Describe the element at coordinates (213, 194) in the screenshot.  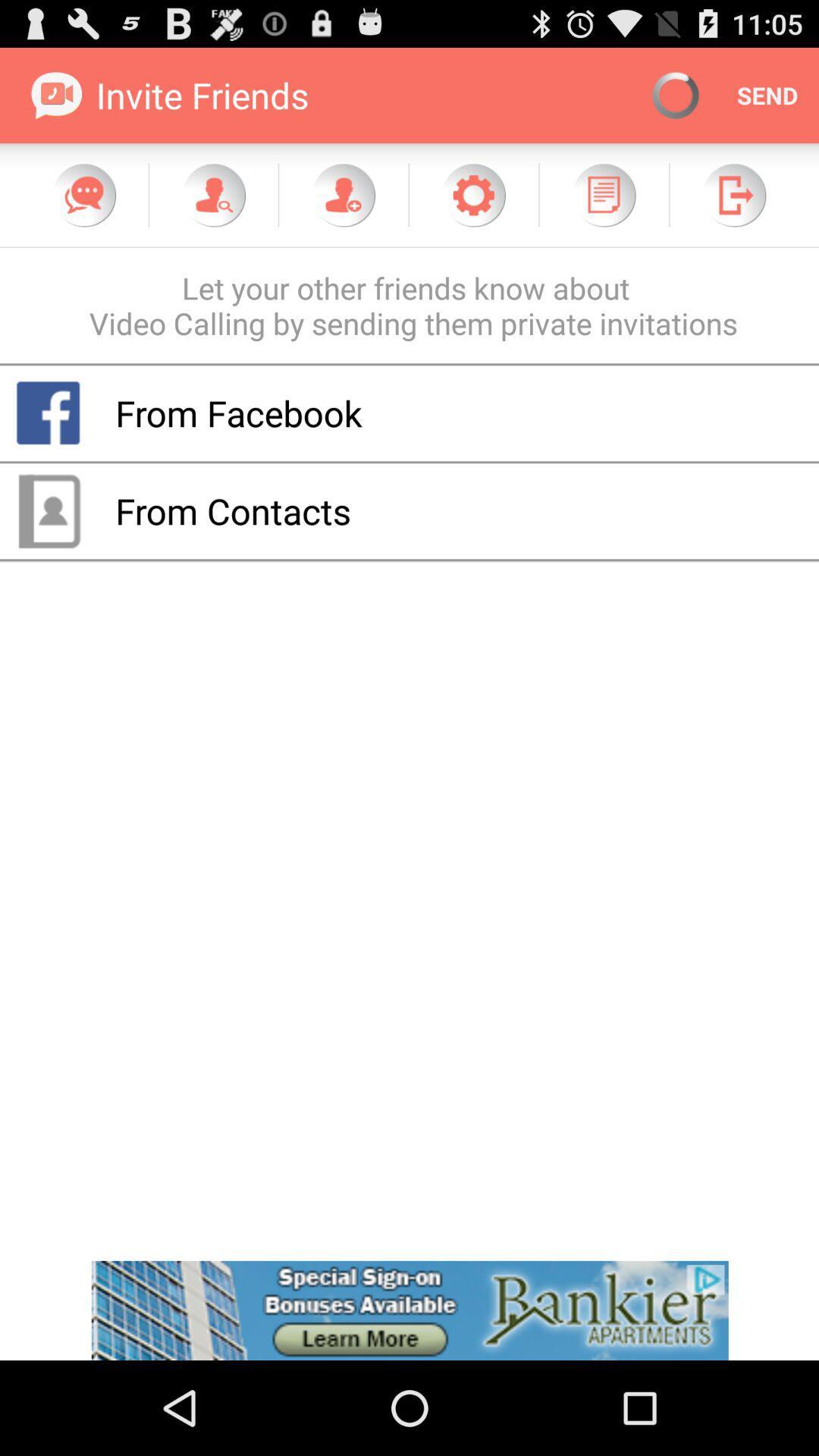
I see `search the friends` at that location.